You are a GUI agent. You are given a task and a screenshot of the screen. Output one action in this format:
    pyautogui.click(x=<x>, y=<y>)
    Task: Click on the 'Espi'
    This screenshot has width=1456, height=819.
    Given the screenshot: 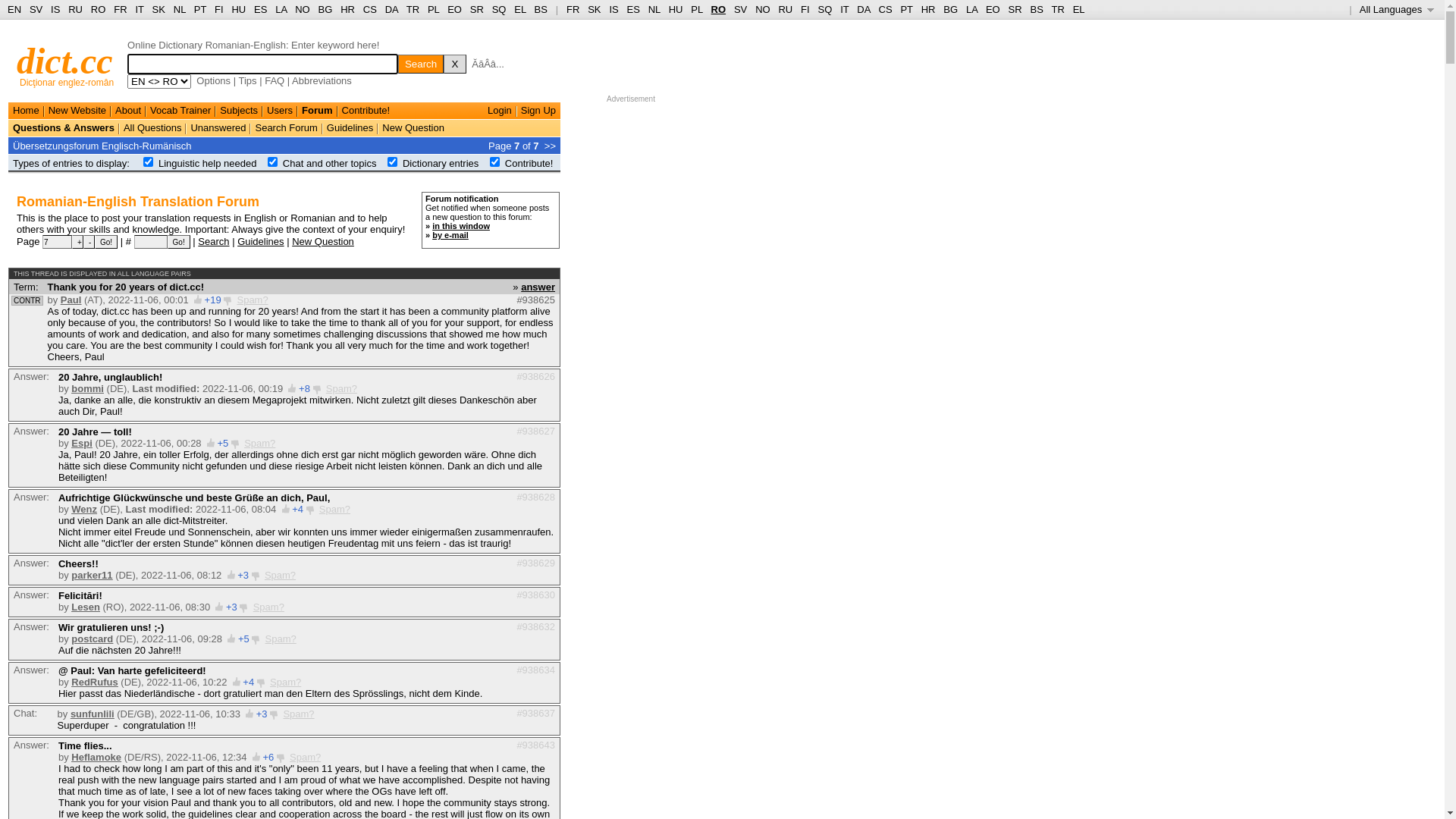 What is the action you would take?
    pyautogui.click(x=71, y=443)
    